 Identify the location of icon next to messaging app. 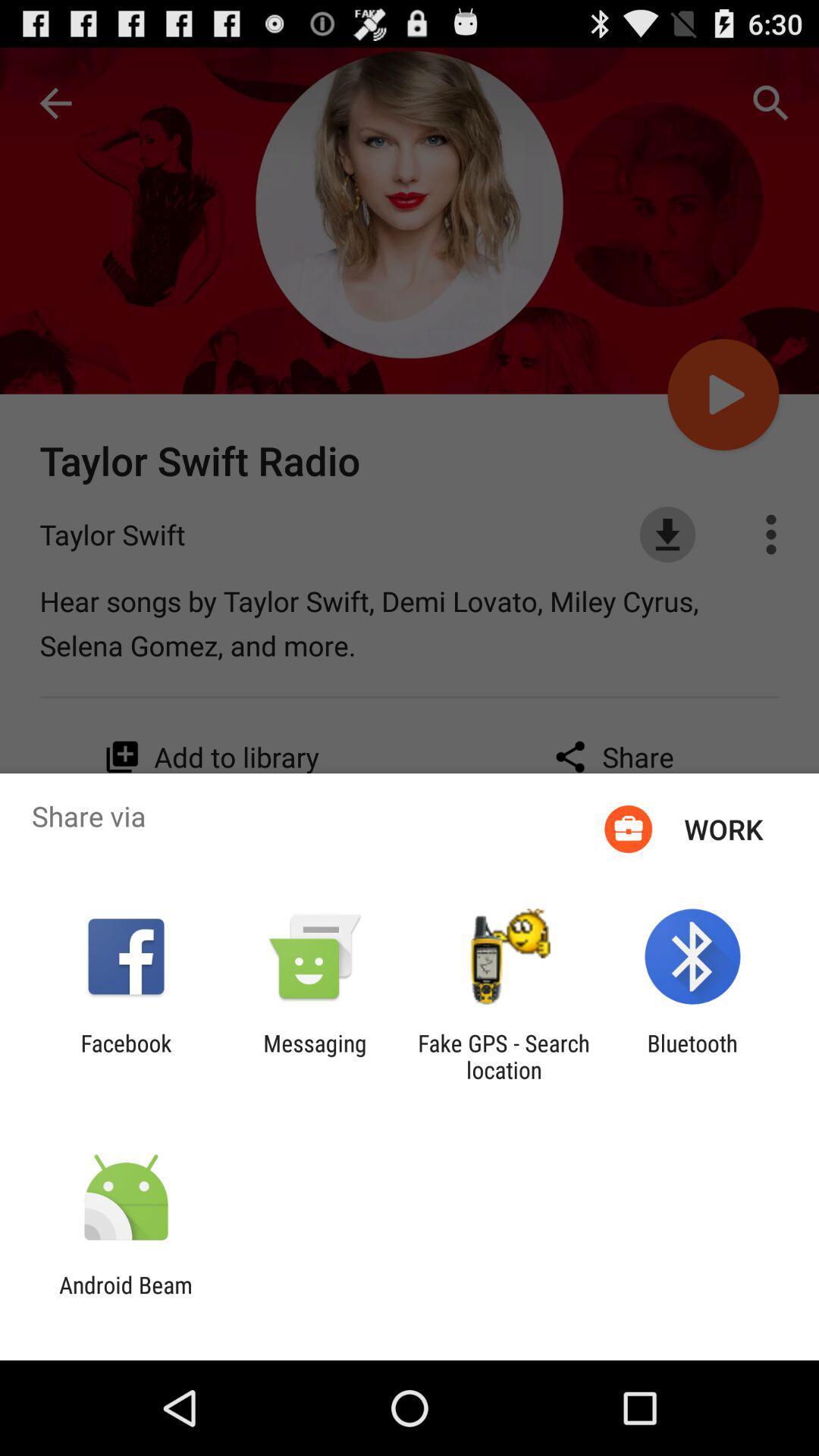
(125, 1056).